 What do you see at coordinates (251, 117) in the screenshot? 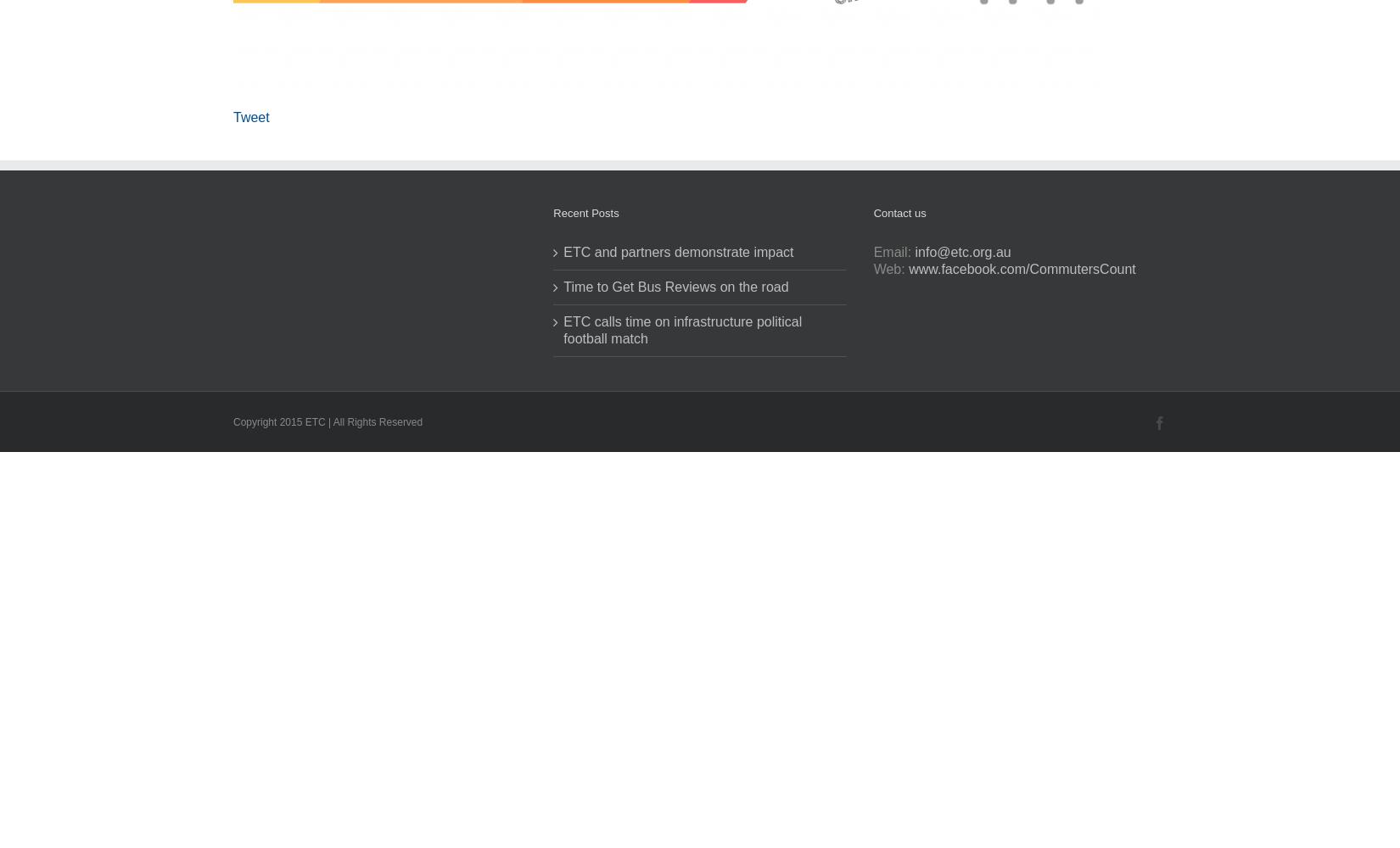
I see `'Tweet'` at bounding box center [251, 117].